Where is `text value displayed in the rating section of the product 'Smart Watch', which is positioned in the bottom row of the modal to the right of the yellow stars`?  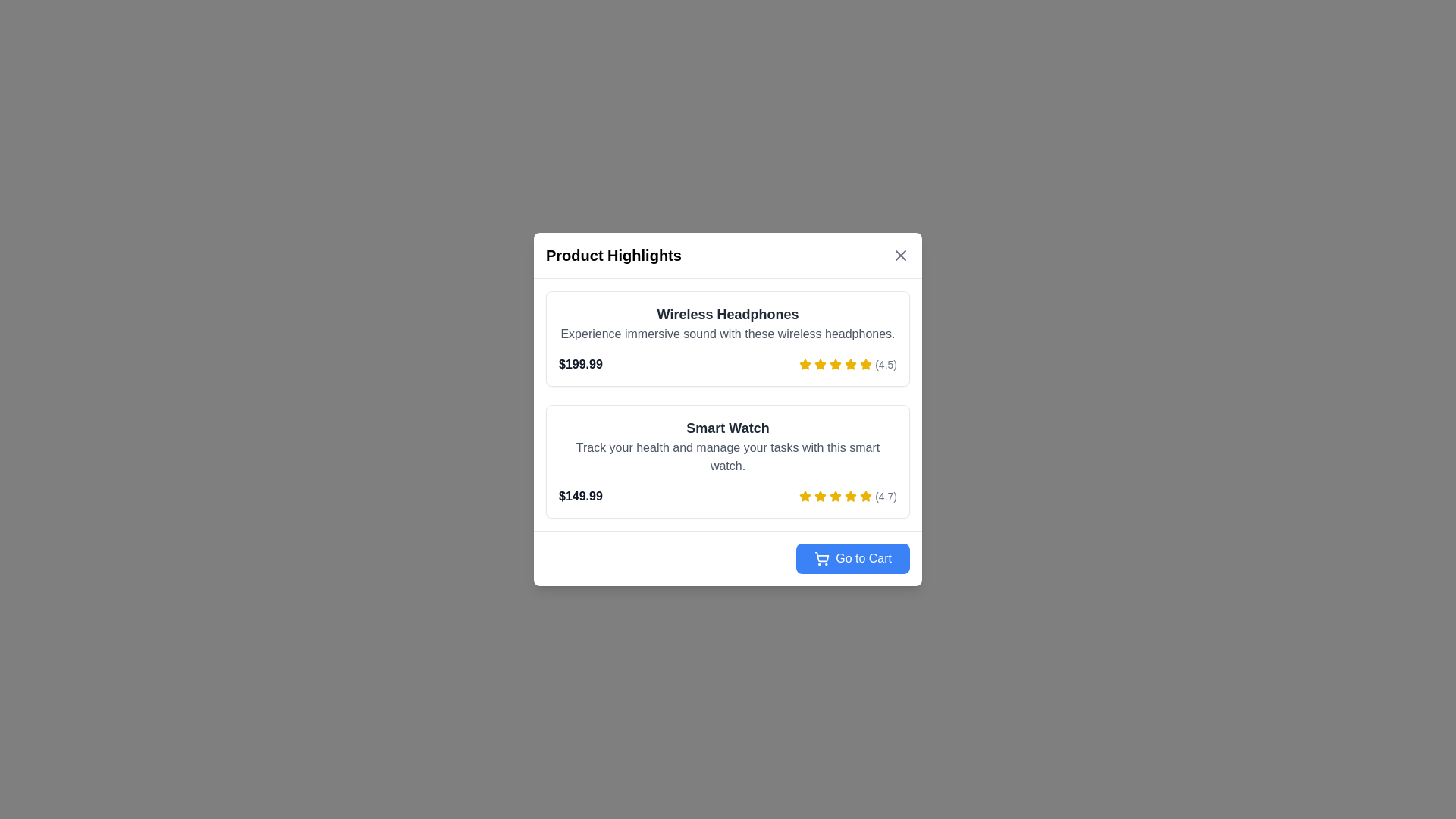 text value displayed in the rating section of the product 'Smart Watch', which is positioned in the bottom row of the modal to the right of the yellow stars is located at coordinates (886, 497).